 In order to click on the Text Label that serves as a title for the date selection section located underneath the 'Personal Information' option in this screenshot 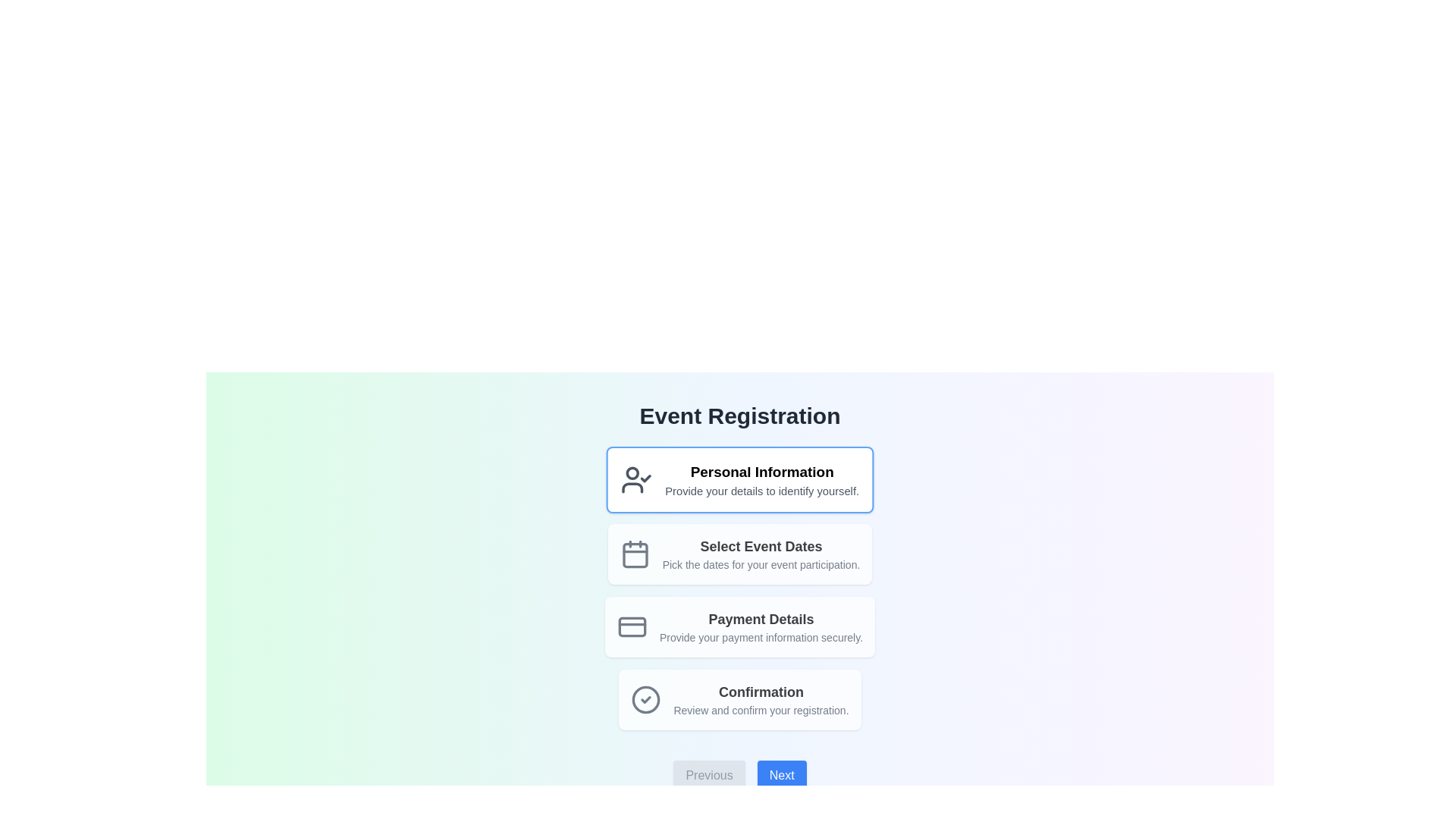, I will do `click(761, 547)`.